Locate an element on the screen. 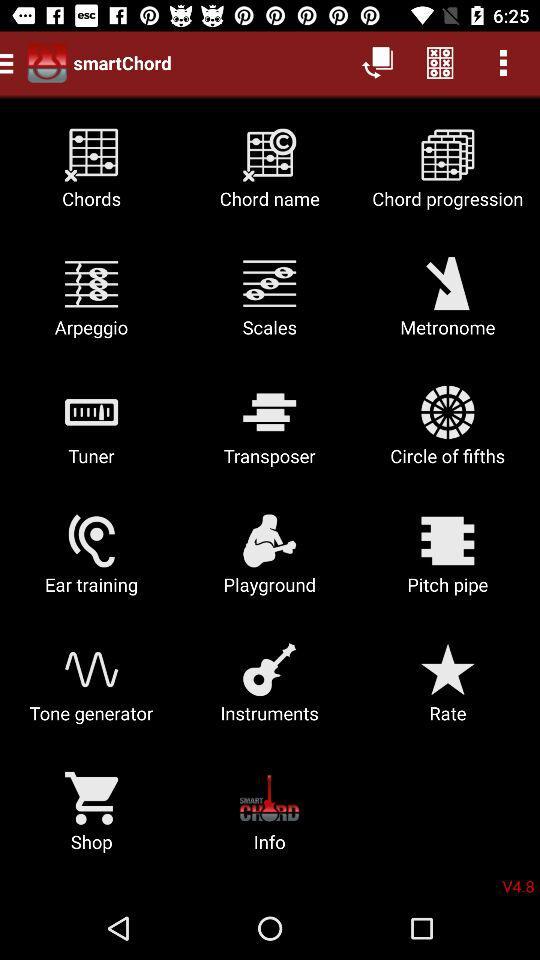 The image size is (540, 960). the chord name icon is located at coordinates (269, 174).